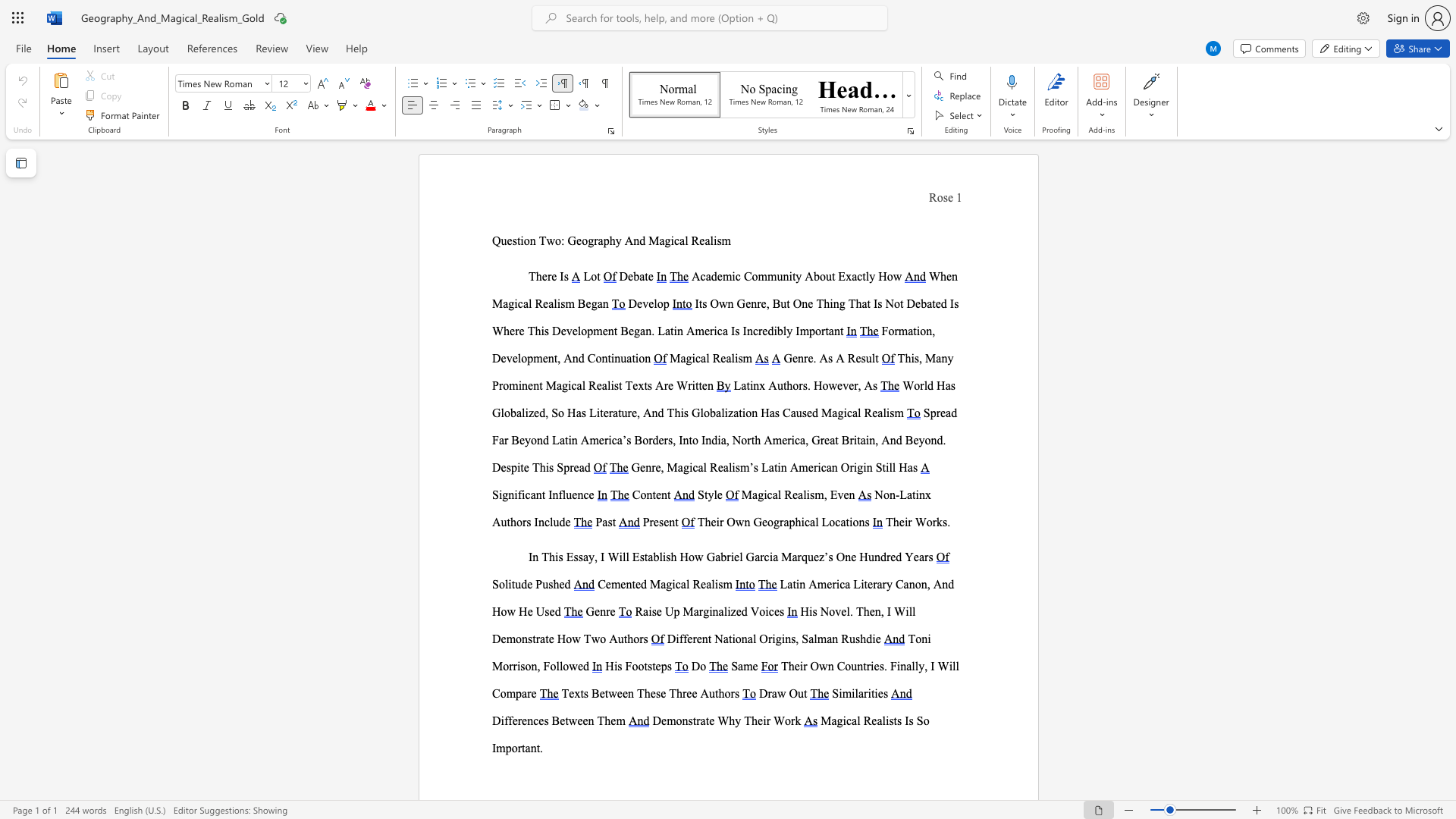 The height and width of the screenshot is (819, 1456). What do you see at coordinates (903, 583) in the screenshot?
I see `the subset text "anon" within the text "Latin America Literary Canon, And How He Used"` at bounding box center [903, 583].